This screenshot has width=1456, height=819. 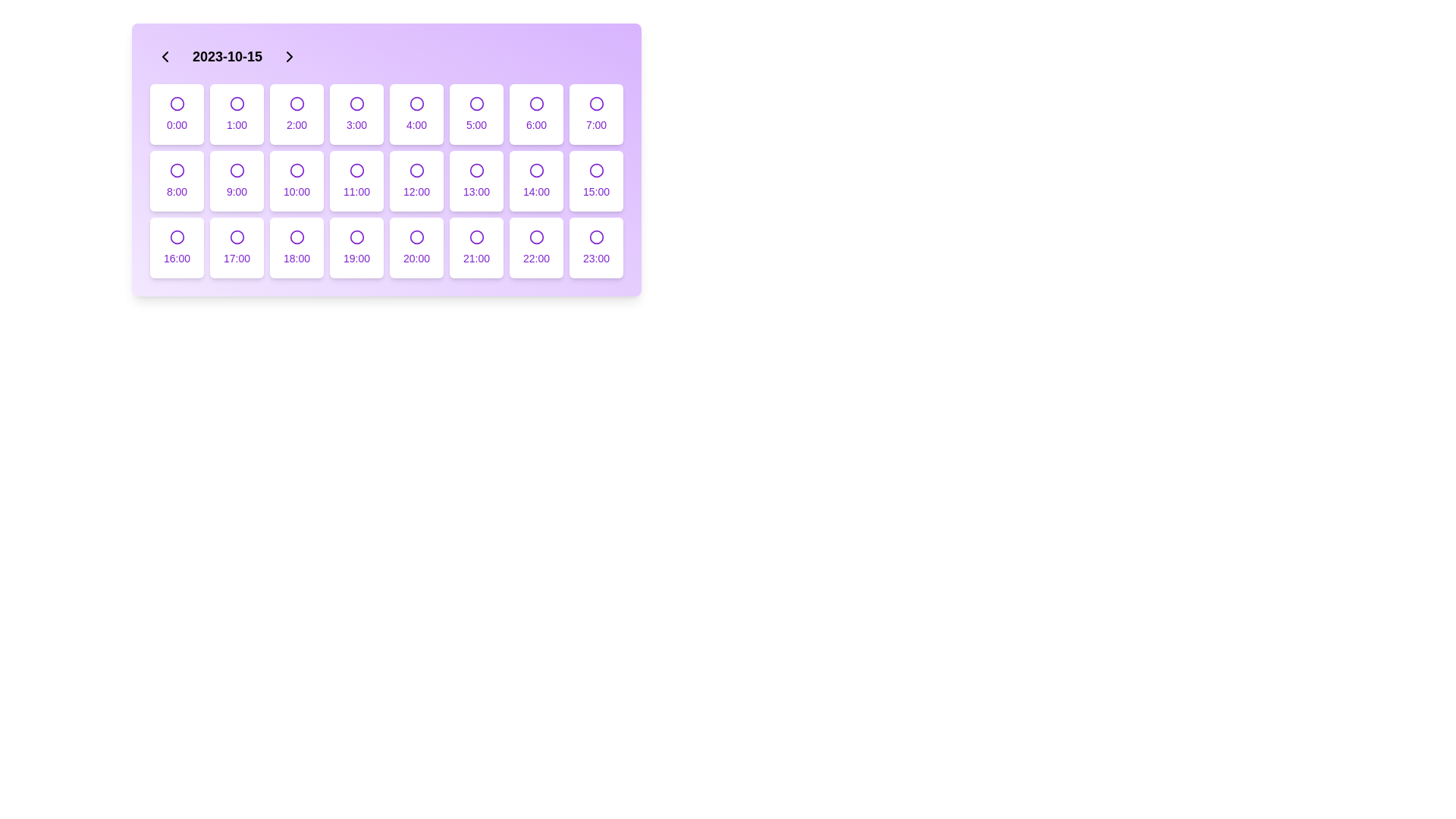 What do you see at coordinates (356, 103) in the screenshot?
I see `the purple stroke circle-shaped SVG icon located at the top center of the card displaying '3:00'` at bounding box center [356, 103].